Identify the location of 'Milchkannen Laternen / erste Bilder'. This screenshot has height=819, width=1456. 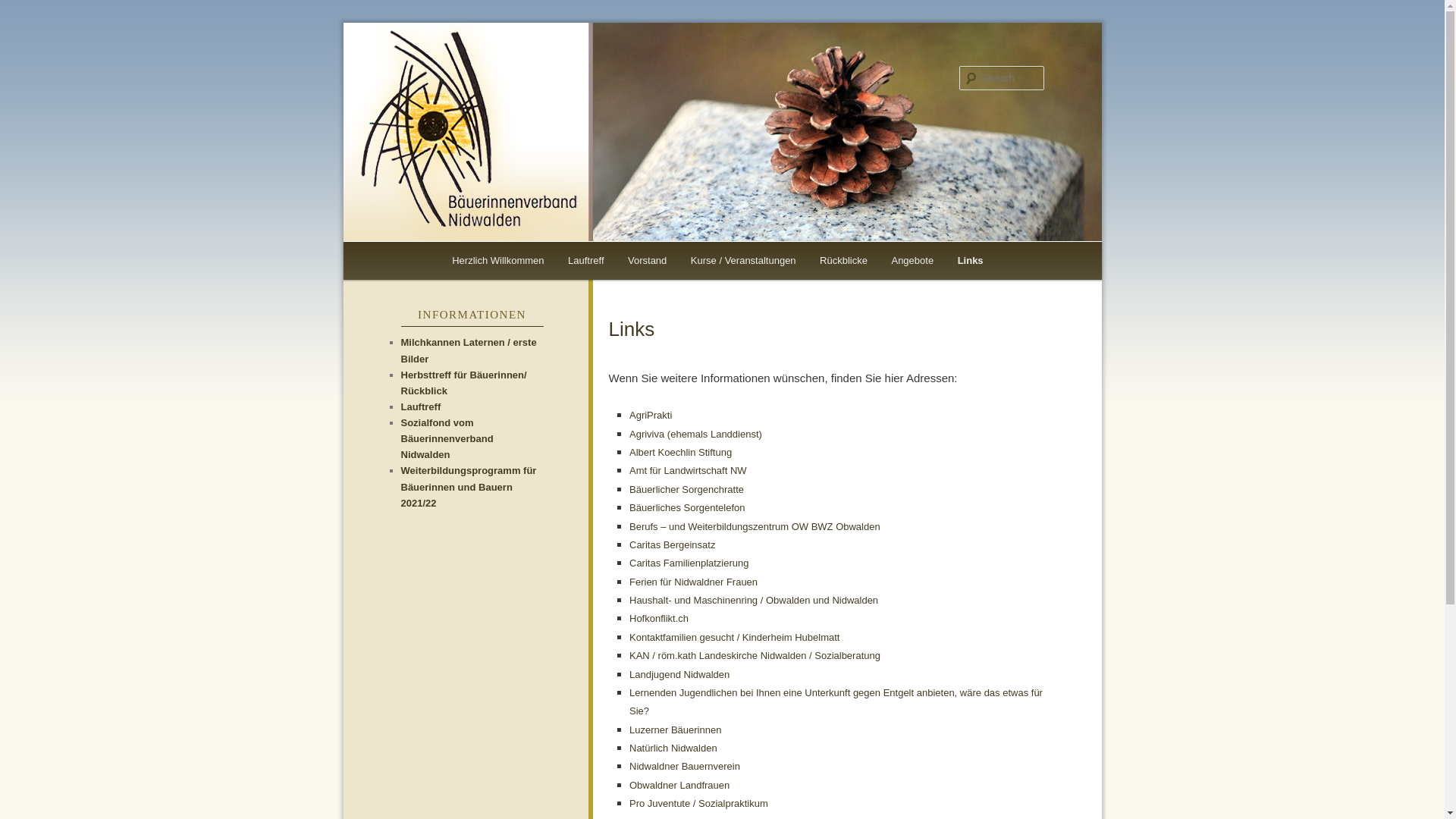
(467, 350).